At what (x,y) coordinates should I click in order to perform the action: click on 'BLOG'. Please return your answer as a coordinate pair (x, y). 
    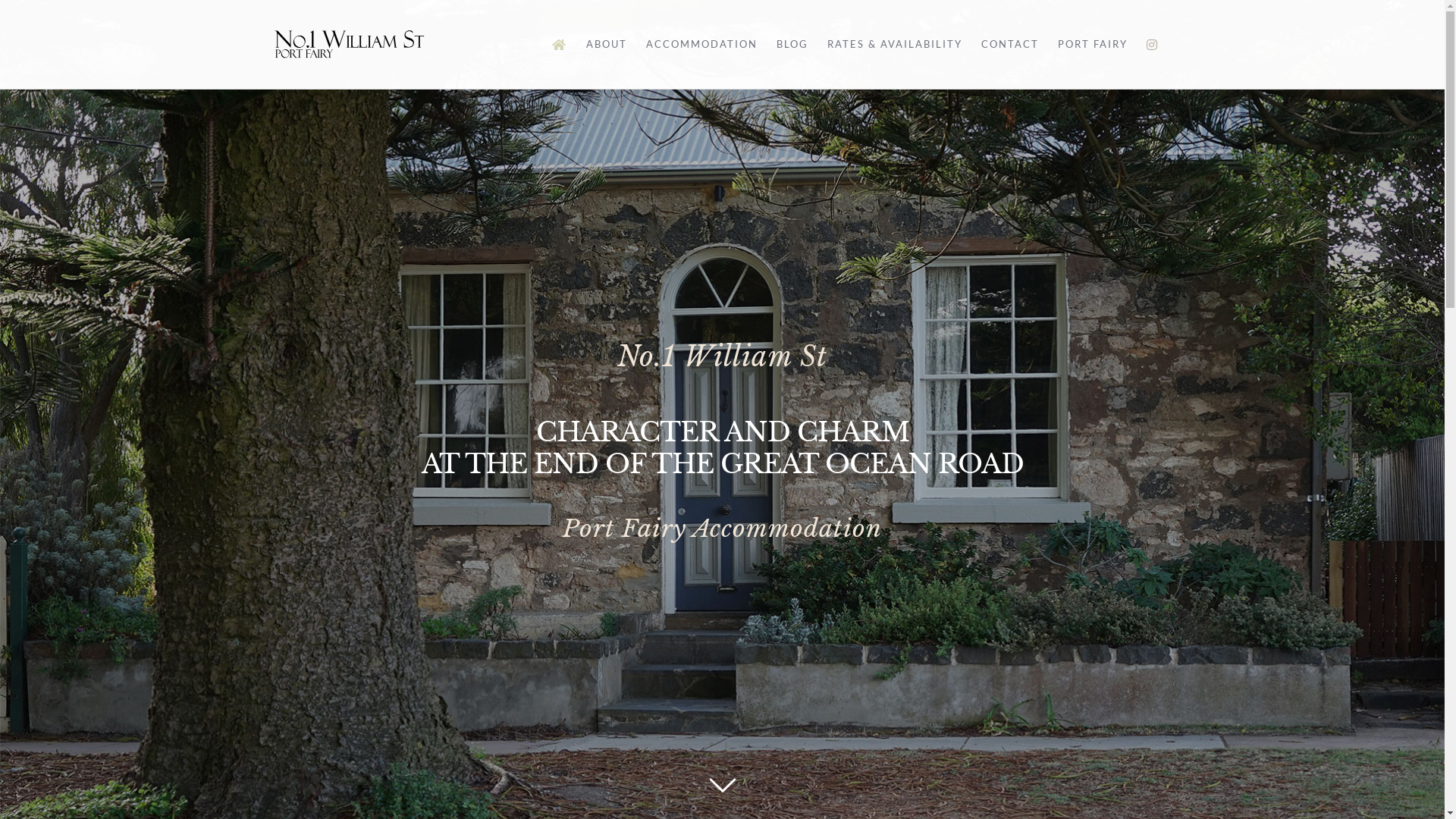
    Looking at the image, I should click on (776, 43).